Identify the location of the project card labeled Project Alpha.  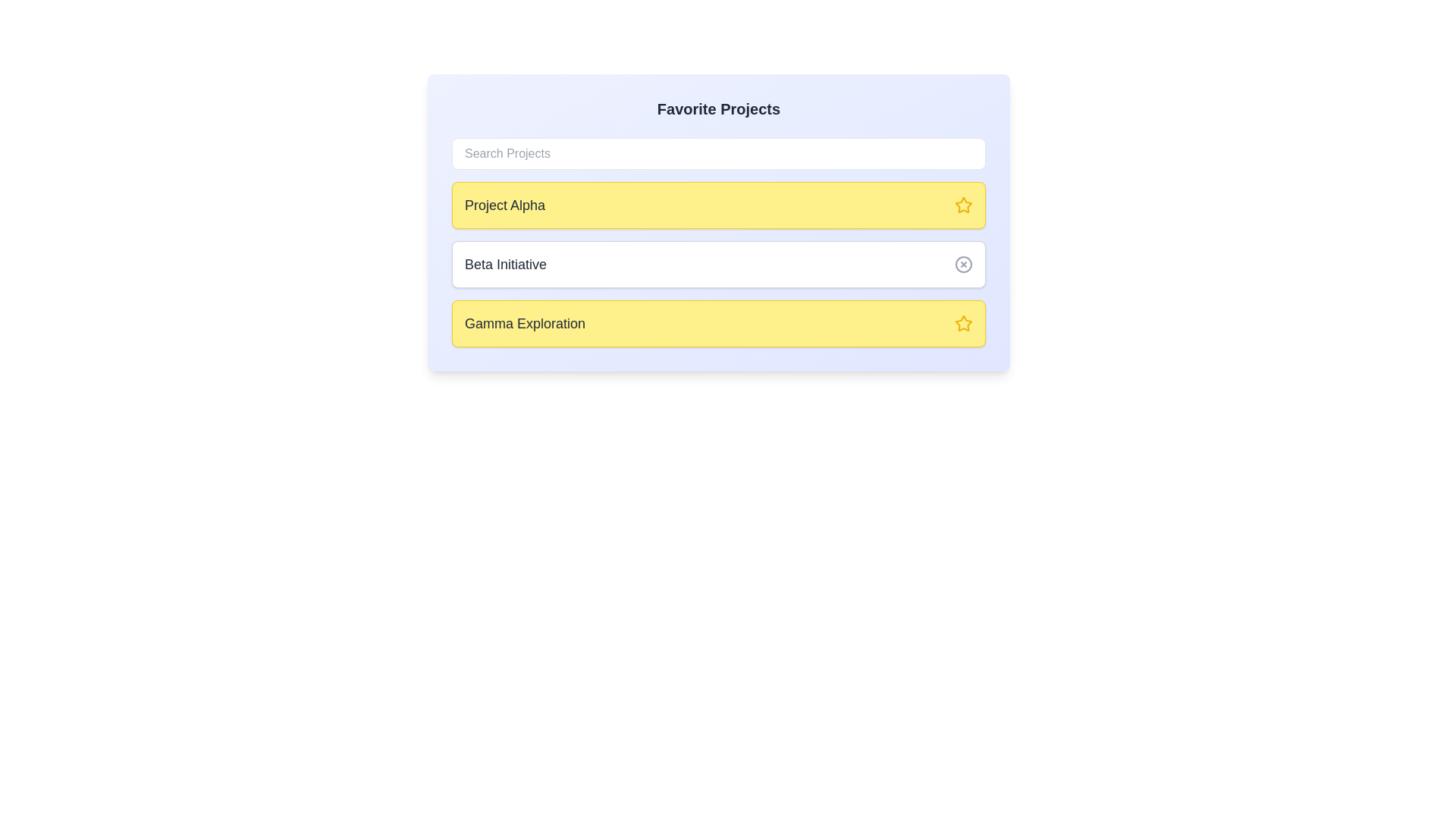
(718, 205).